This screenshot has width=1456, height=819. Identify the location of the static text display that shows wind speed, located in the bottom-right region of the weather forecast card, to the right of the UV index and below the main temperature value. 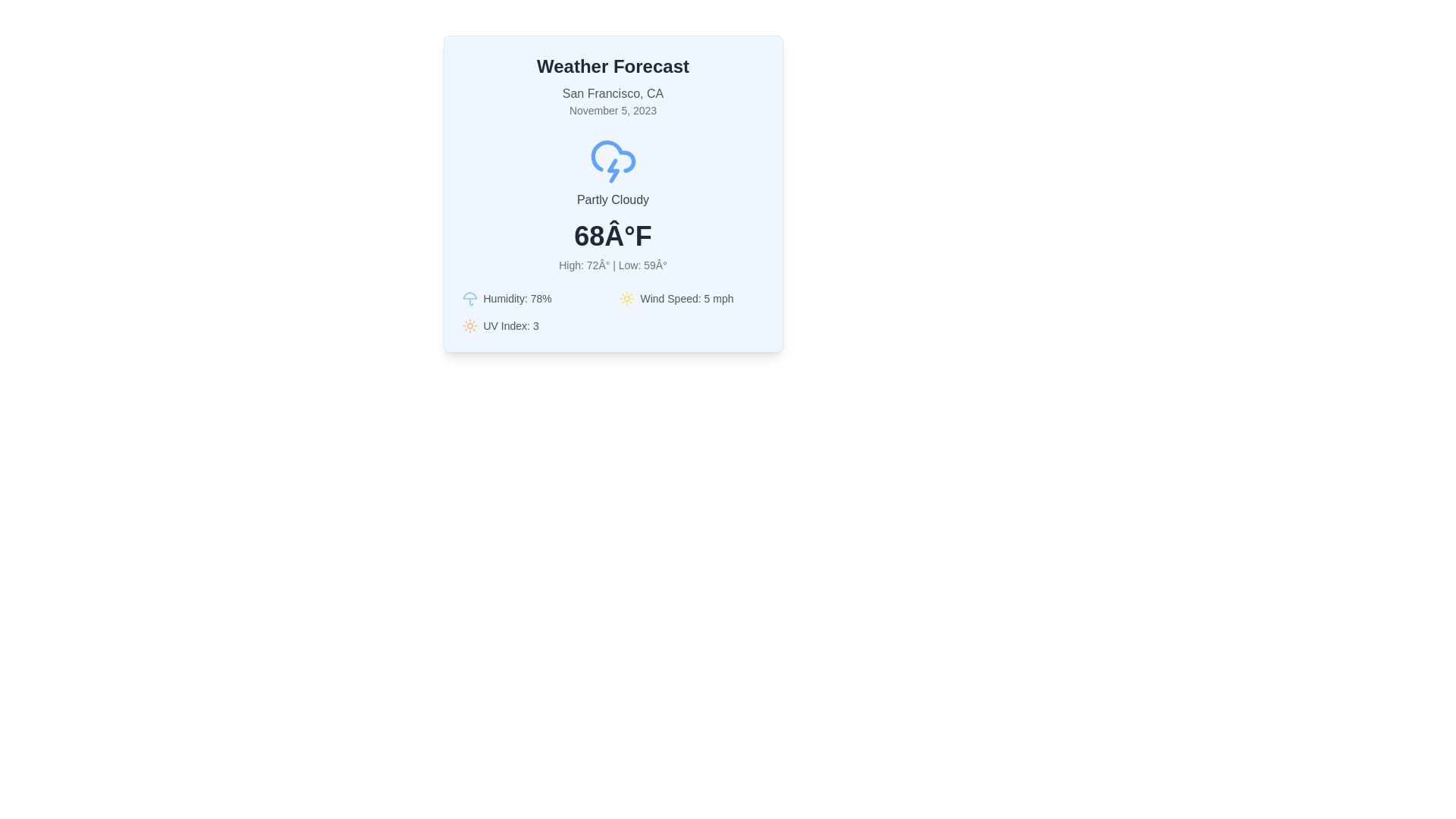
(686, 298).